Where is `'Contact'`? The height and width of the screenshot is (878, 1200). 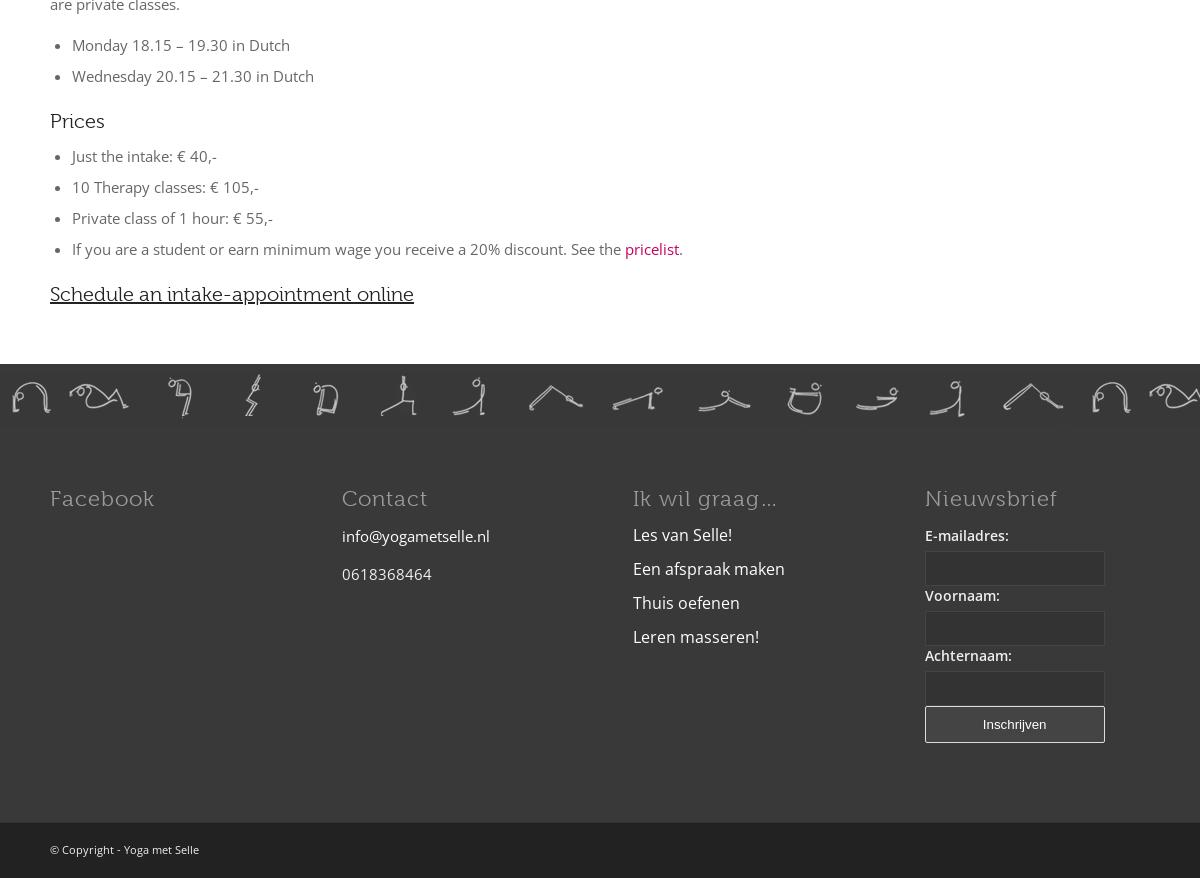
'Contact' is located at coordinates (341, 498).